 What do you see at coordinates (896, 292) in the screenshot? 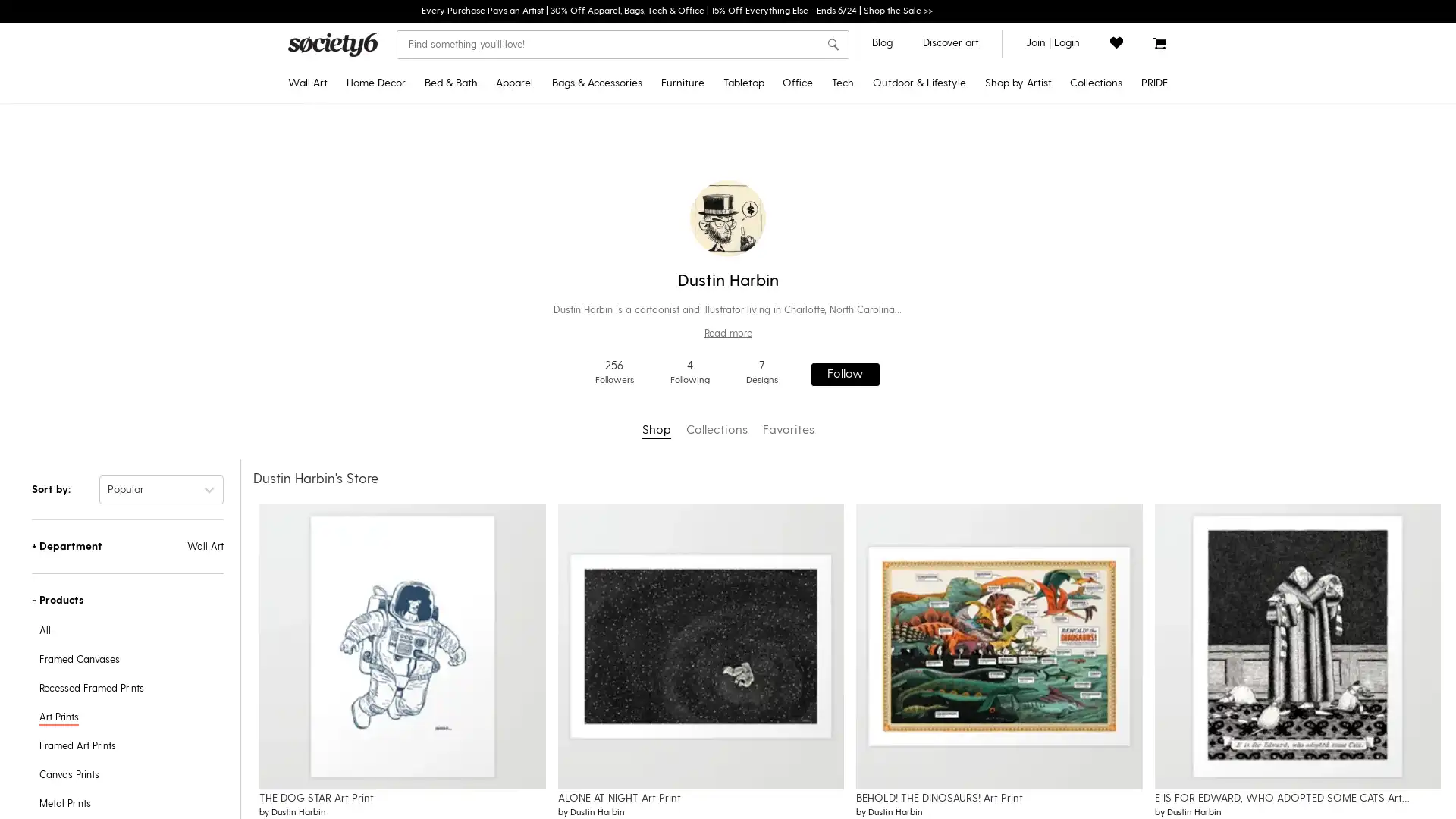
I see `Apple Watch Bands` at bounding box center [896, 292].